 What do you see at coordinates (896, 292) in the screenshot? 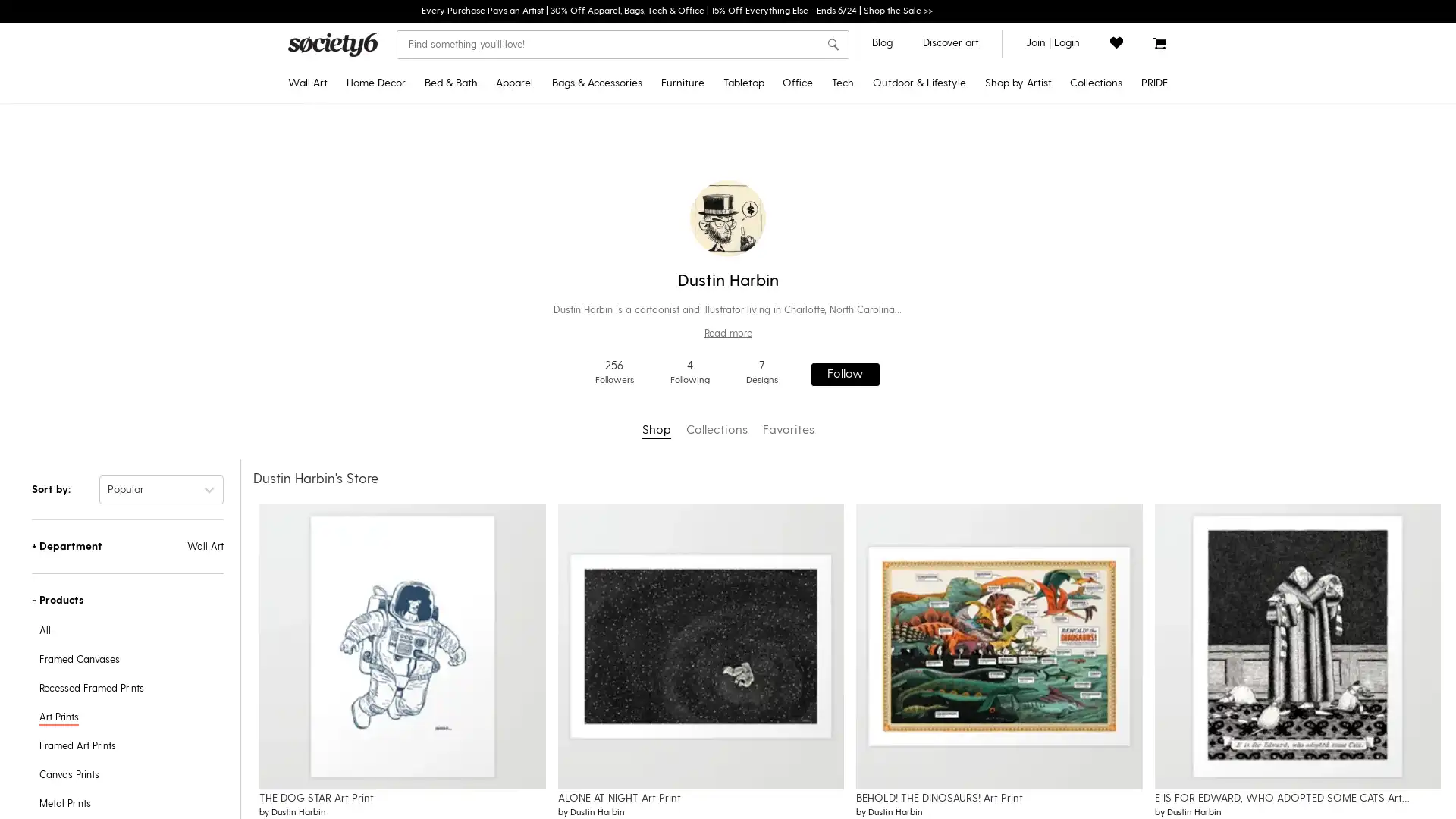
I see `Apple Watch Bands` at bounding box center [896, 292].